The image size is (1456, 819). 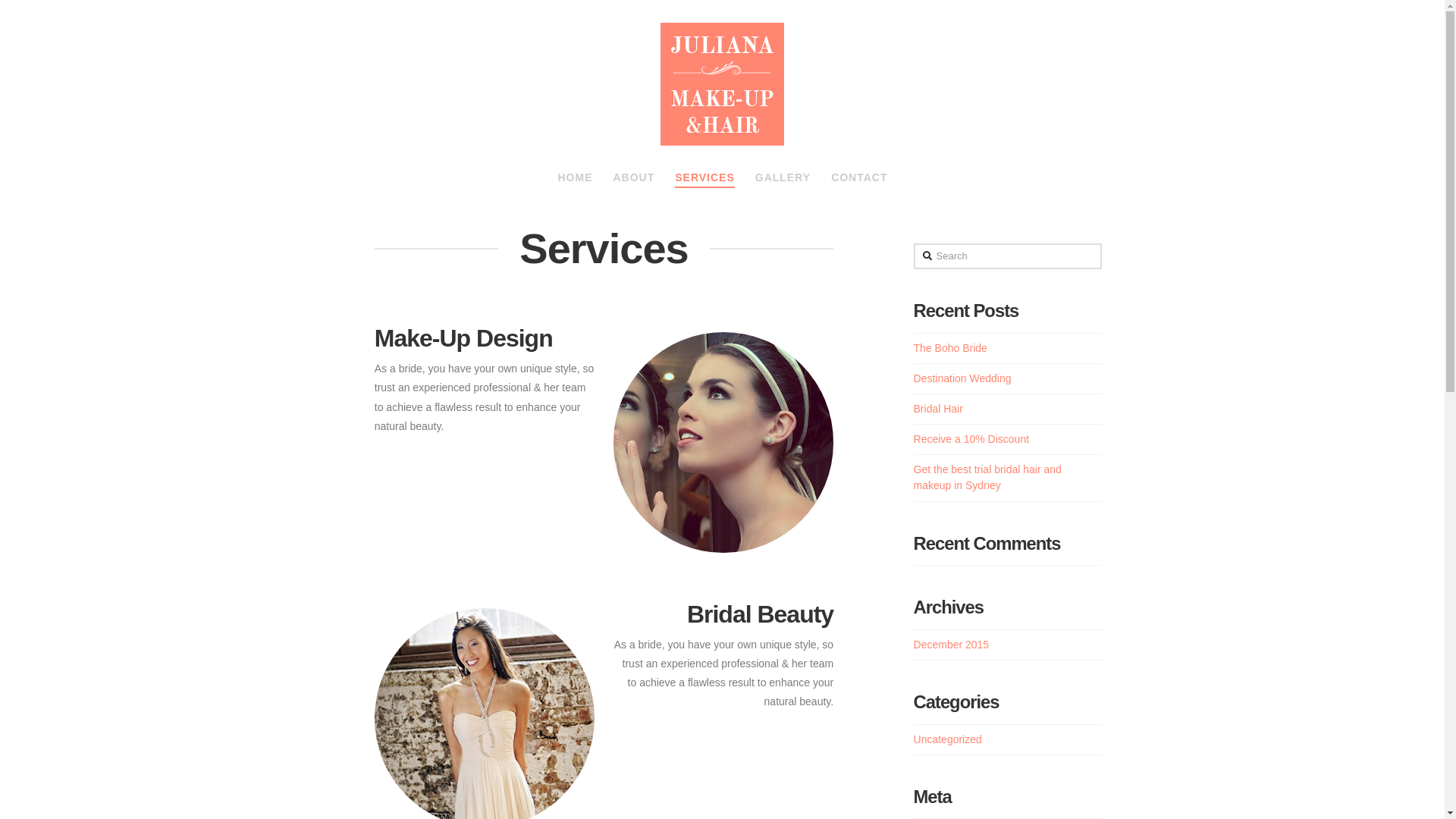 What do you see at coordinates (858, 178) in the screenshot?
I see `'CONTACT'` at bounding box center [858, 178].